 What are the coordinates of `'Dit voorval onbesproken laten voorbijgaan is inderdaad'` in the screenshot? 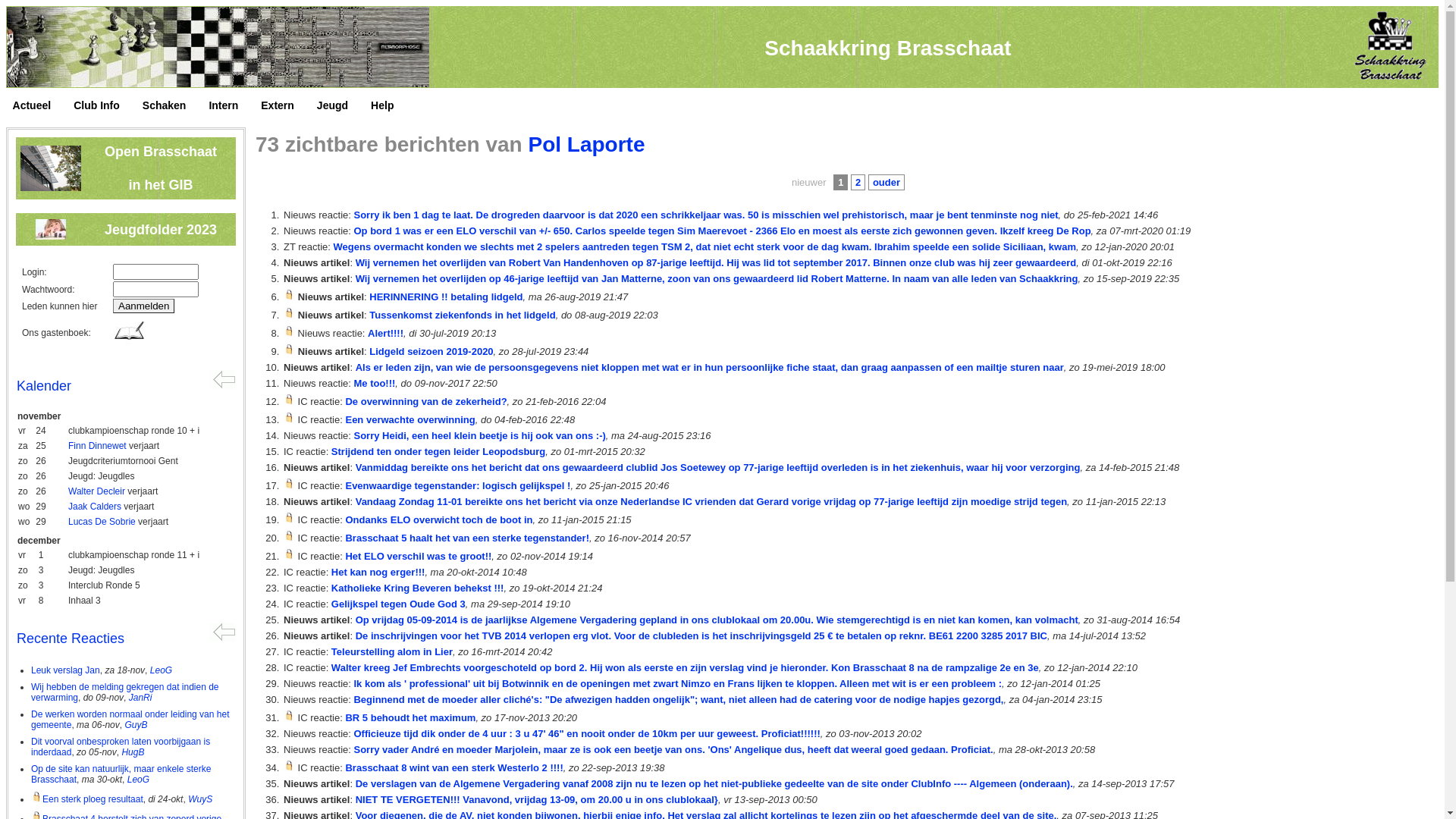 It's located at (119, 745).